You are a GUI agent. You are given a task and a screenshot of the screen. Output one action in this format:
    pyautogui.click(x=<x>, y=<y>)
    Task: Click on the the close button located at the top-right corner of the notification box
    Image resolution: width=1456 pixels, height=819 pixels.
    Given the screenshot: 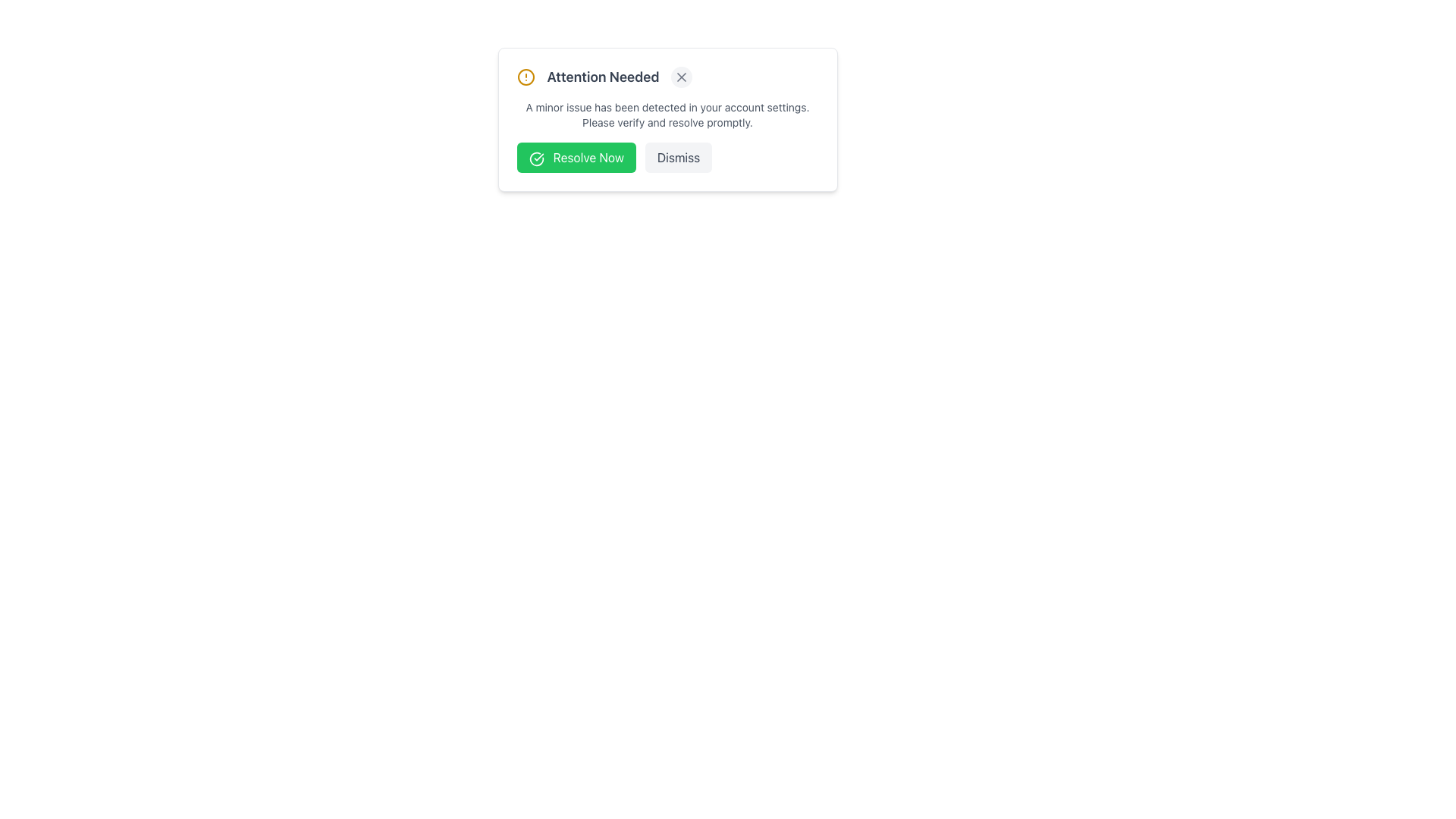 What is the action you would take?
    pyautogui.click(x=681, y=77)
    